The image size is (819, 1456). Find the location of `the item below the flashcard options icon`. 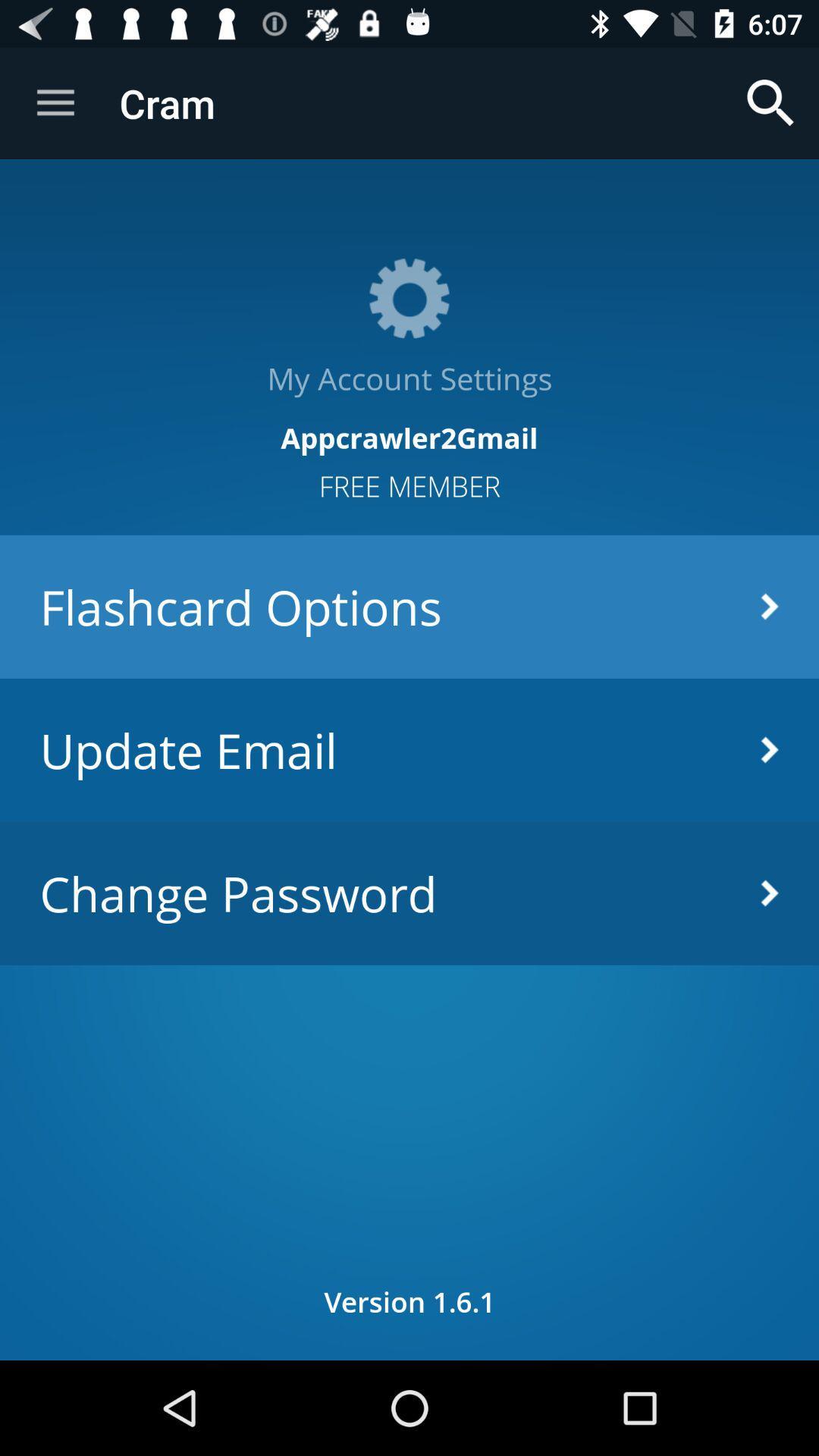

the item below the flashcard options icon is located at coordinates (409, 750).